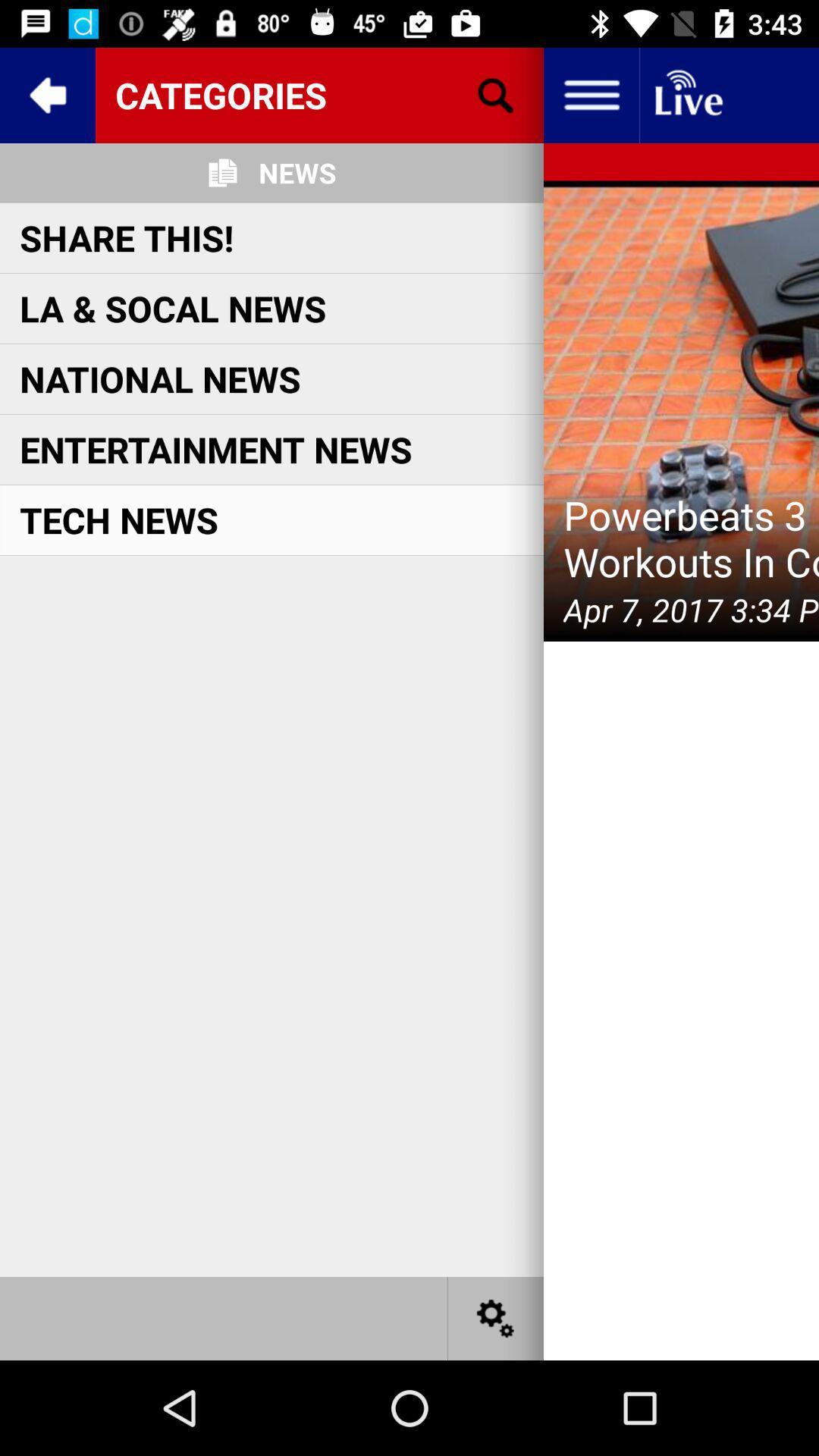 The width and height of the screenshot is (819, 1456). What do you see at coordinates (590, 94) in the screenshot?
I see `open dropdown menu` at bounding box center [590, 94].